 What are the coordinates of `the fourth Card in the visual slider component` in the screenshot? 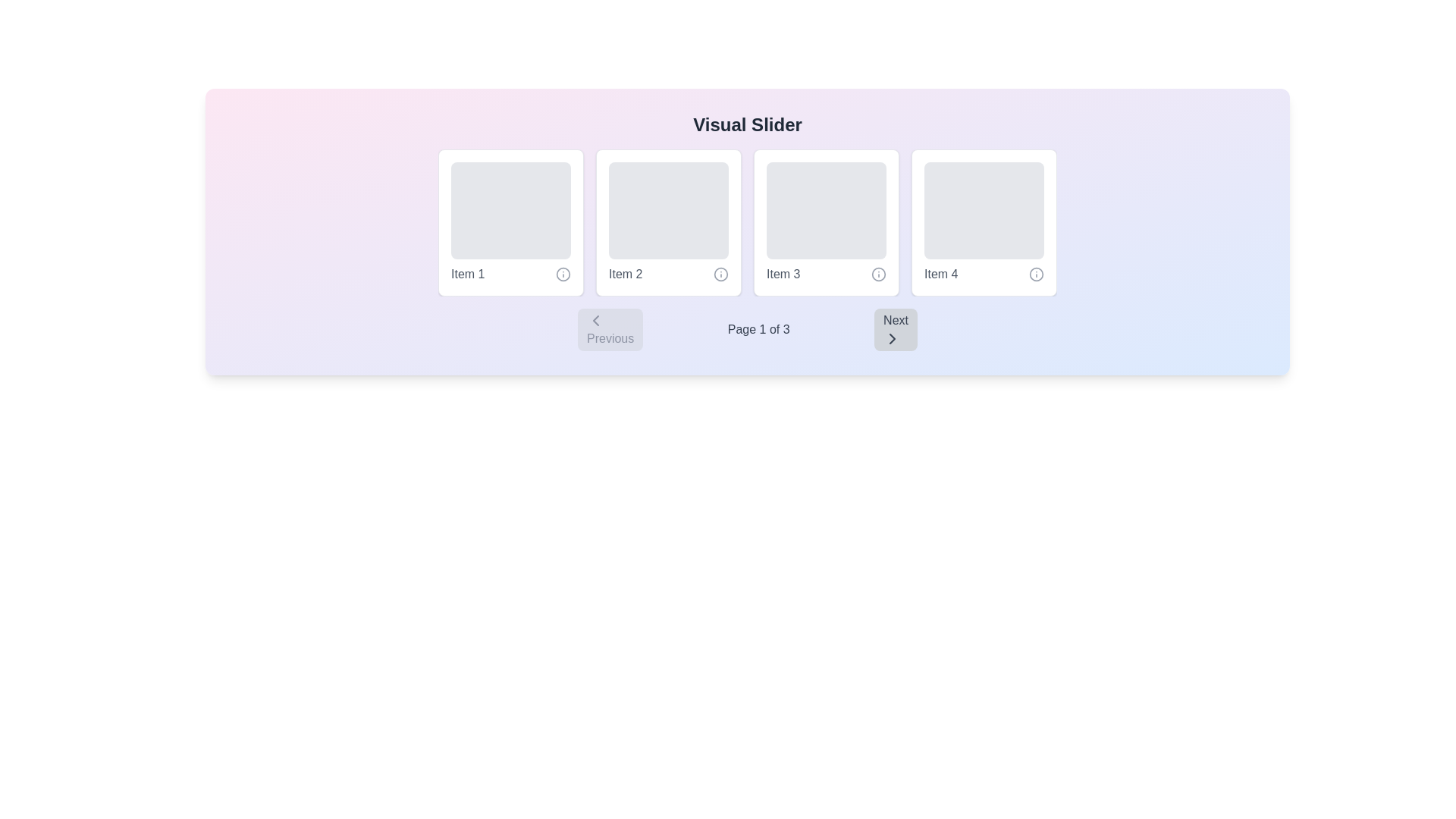 It's located at (984, 222).